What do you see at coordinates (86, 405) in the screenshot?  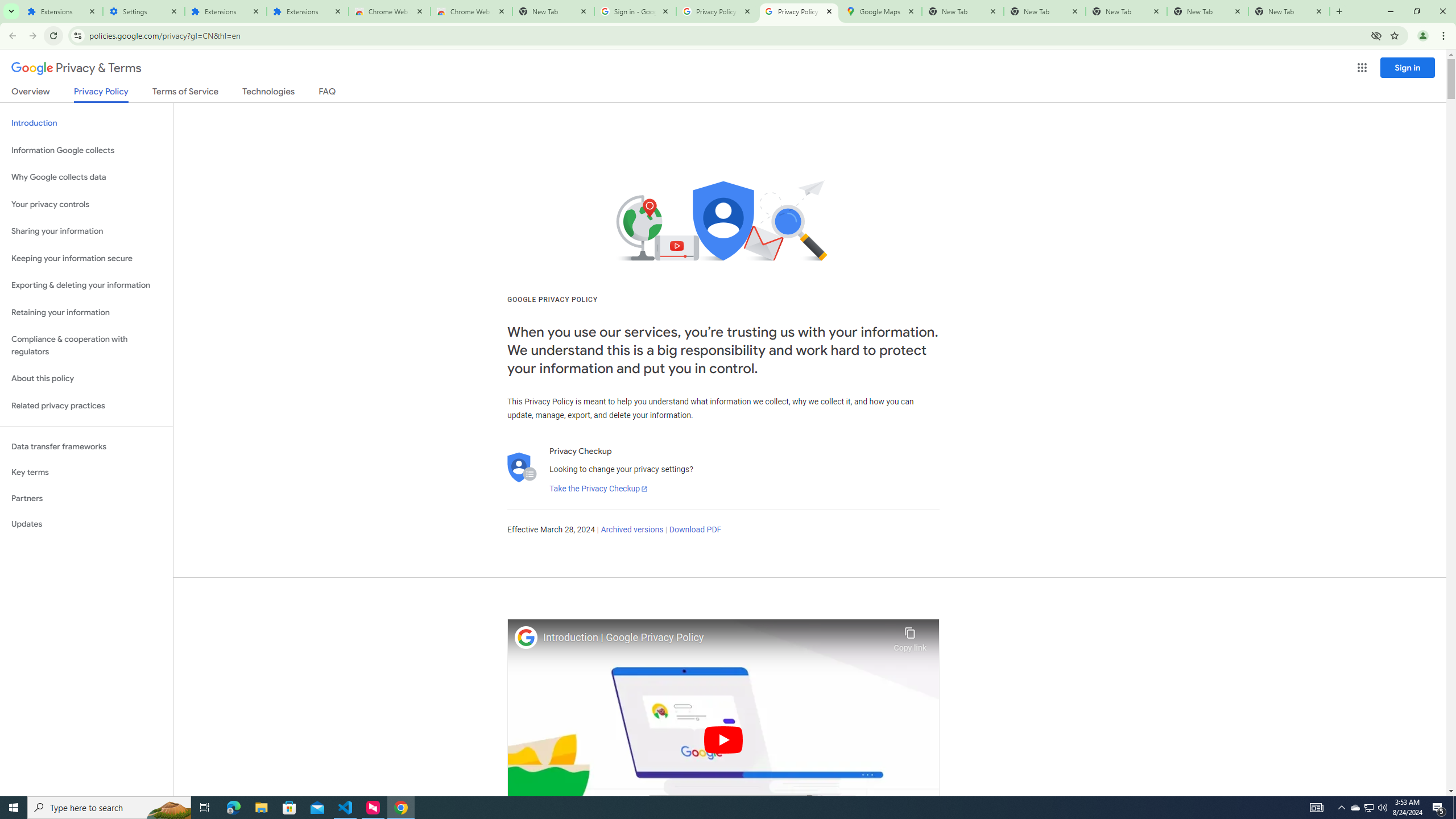 I see `'Related privacy practices'` at bounding box center [86, 405].